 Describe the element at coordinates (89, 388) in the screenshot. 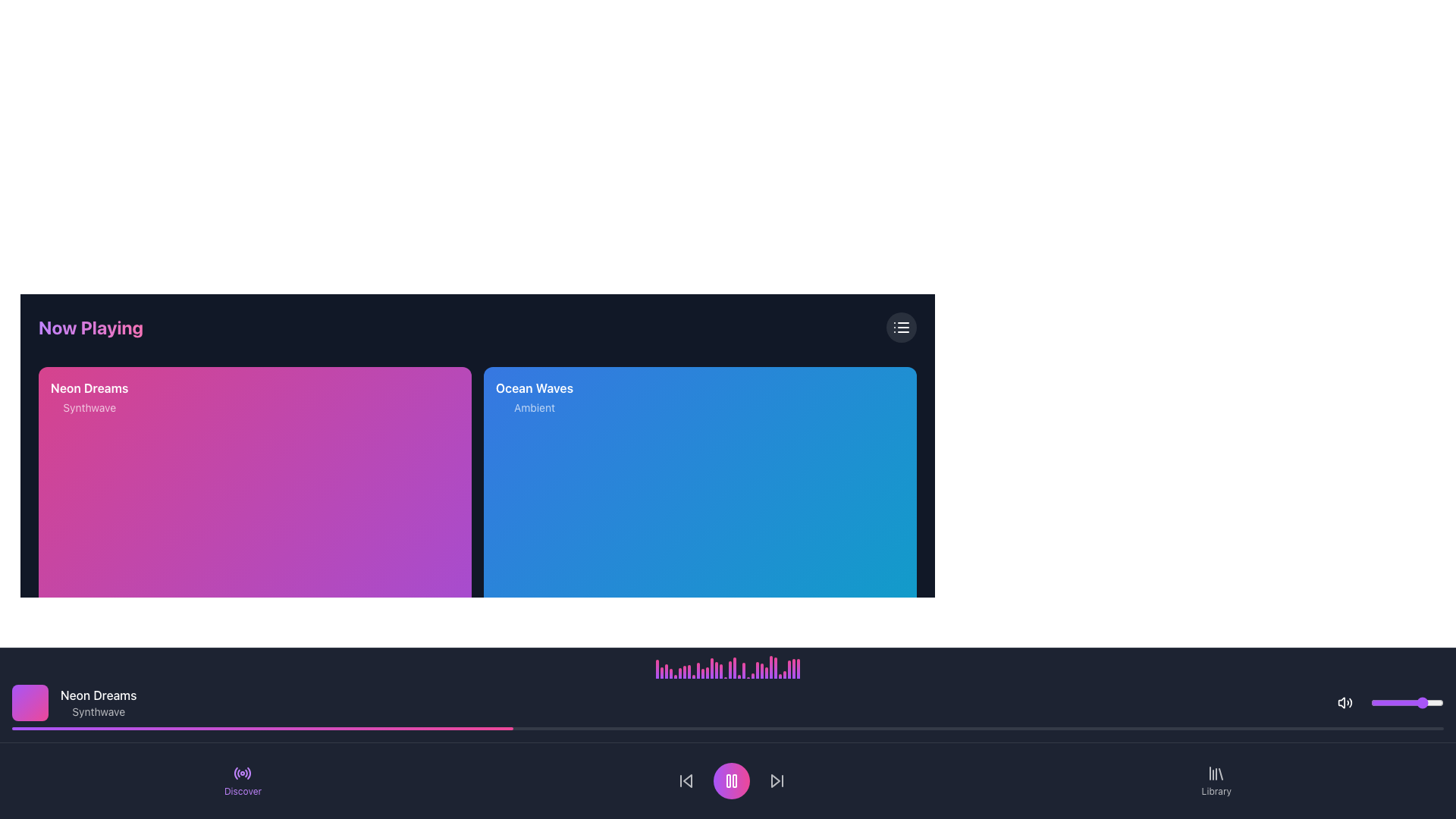

I see `text content of the title Text Label located at the top of the left card in a two-card layout, which is associated with a music or media item` at that location.